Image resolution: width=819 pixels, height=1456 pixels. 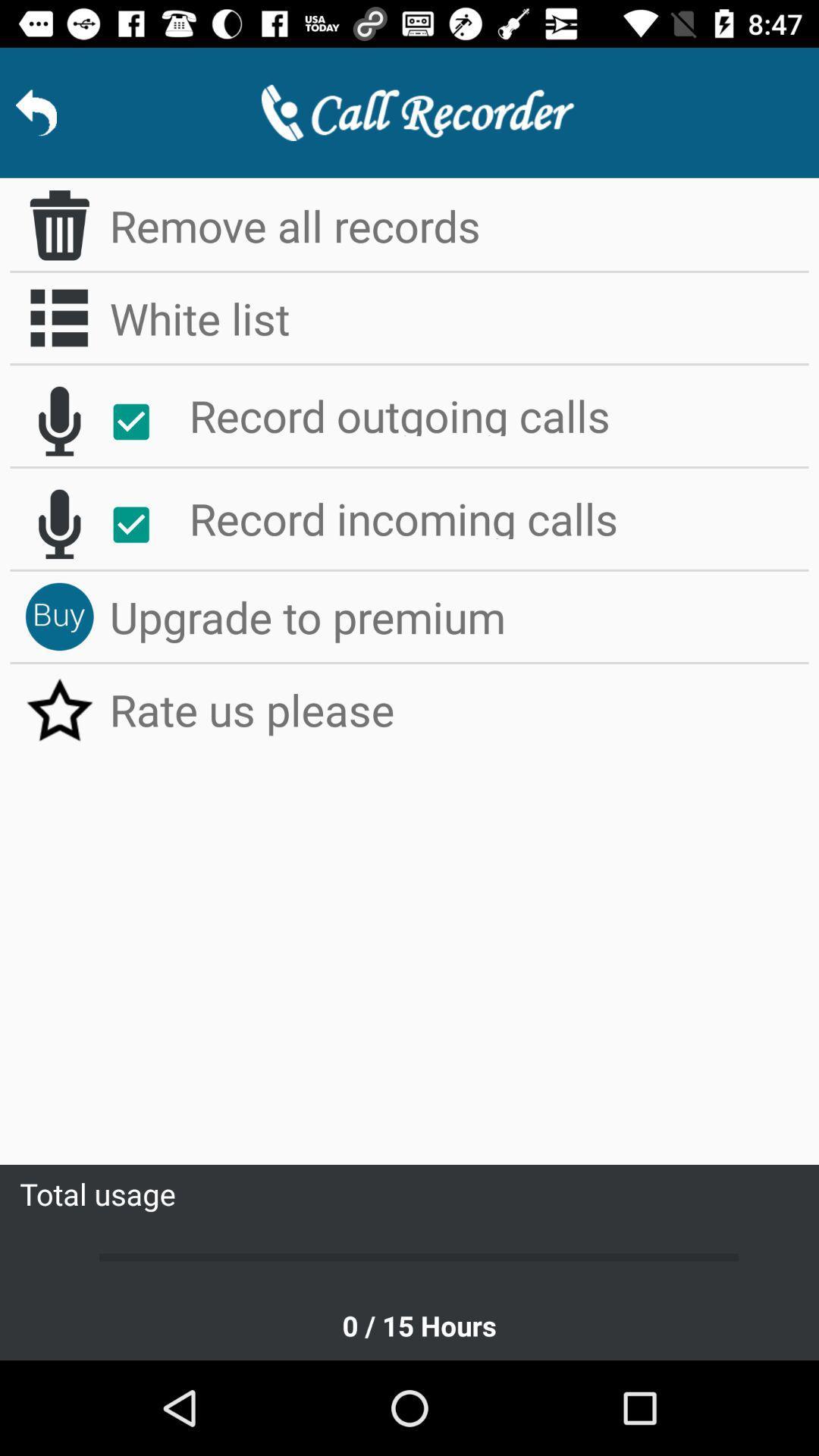 What do you see at coordinates (58, 224) in the screenshot?
I see `delete all` at bounding box center [58, 224].